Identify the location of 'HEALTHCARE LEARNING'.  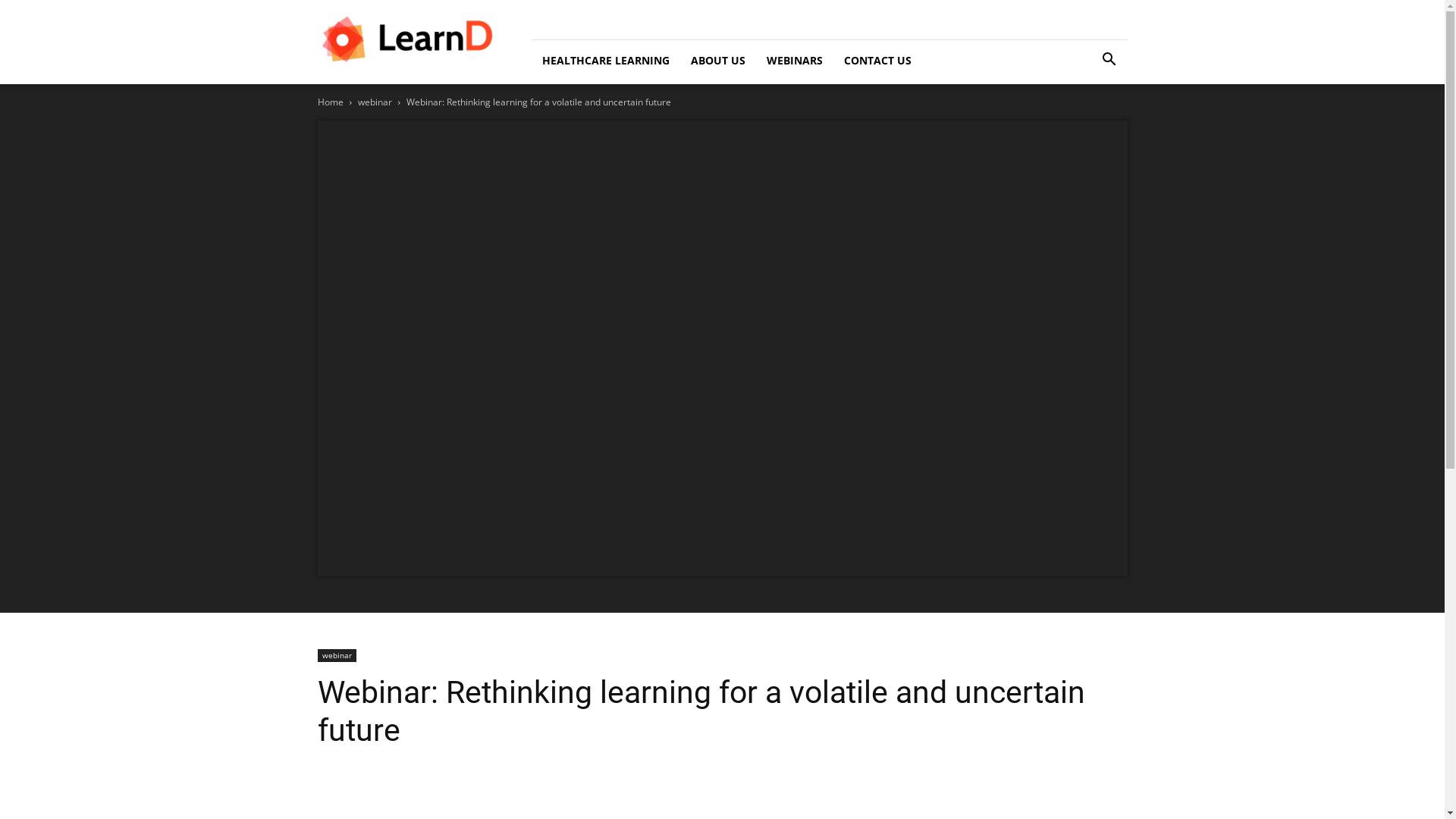
(604, 59).